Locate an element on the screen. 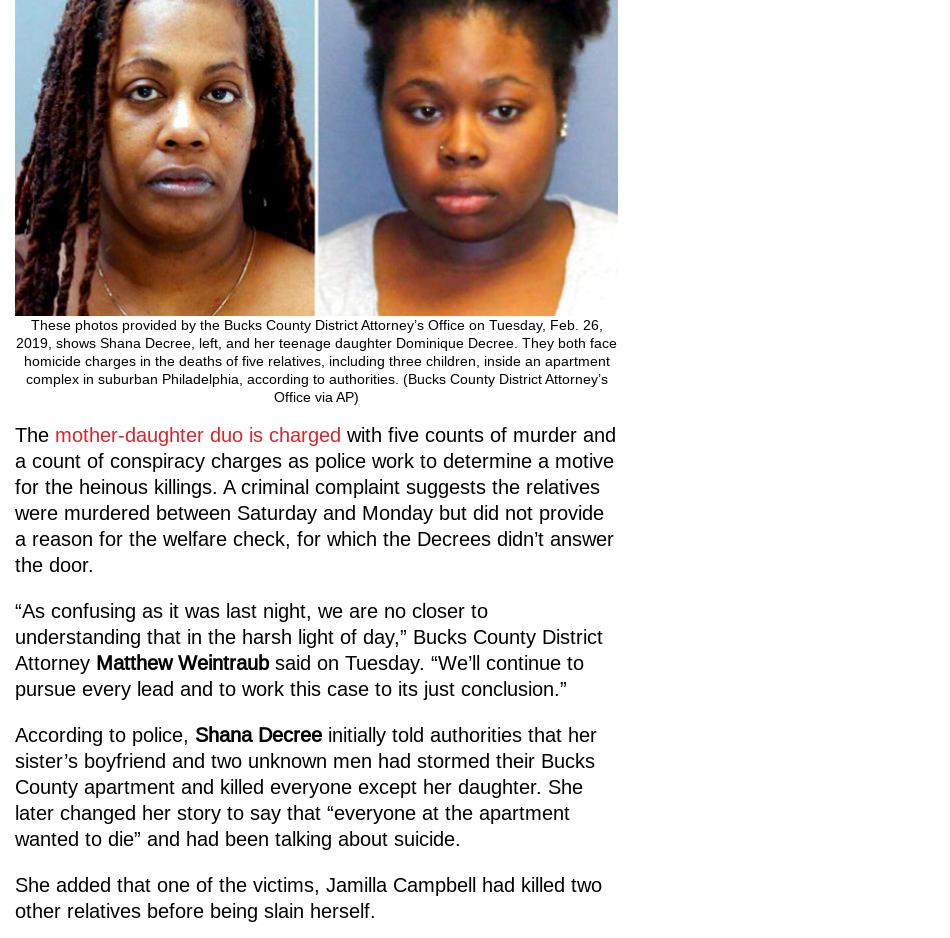 This screenshot has height=938, width=950. 'Sign Up' is located at coordinates (110, 685).